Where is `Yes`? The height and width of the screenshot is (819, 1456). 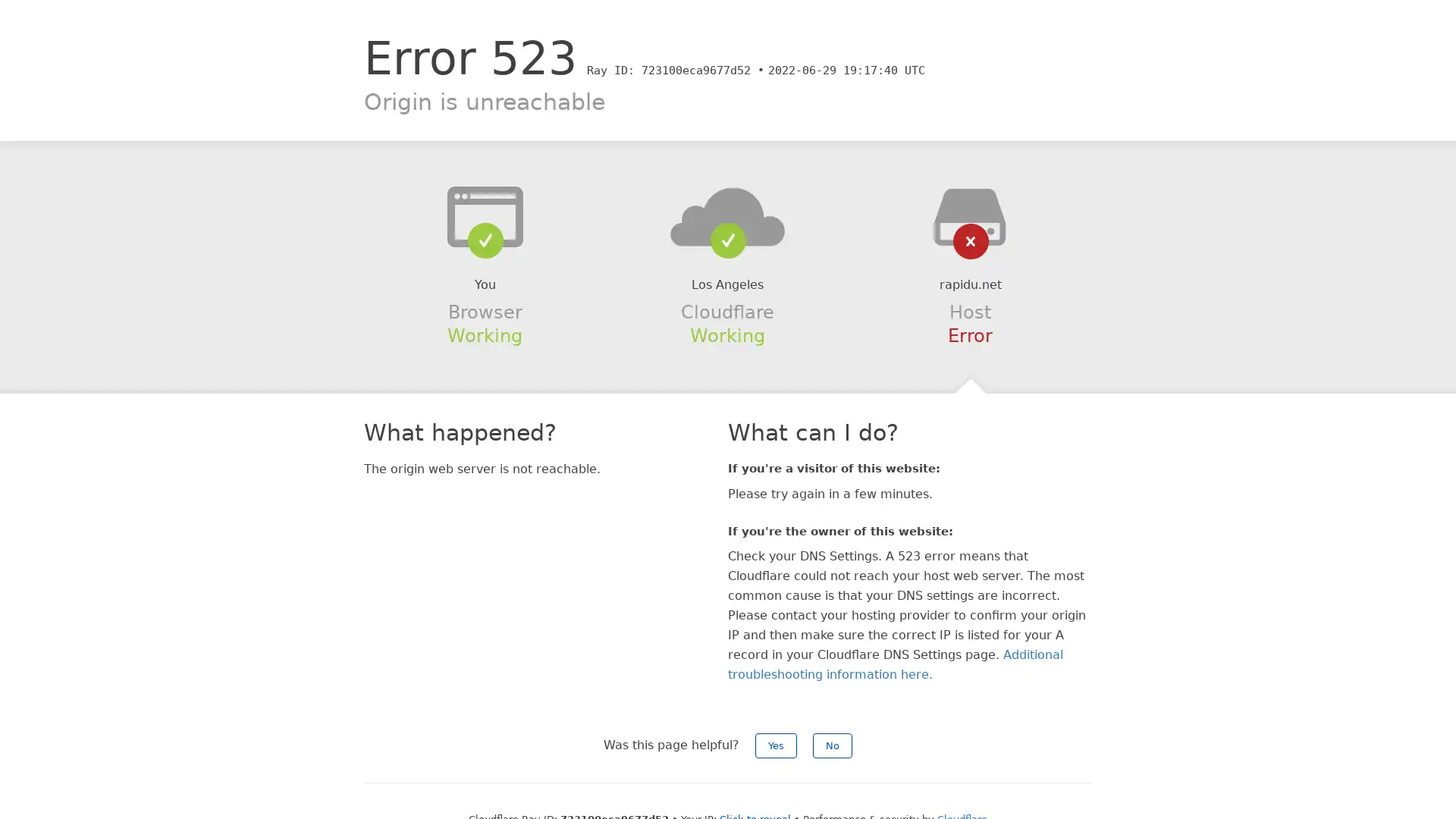 Yes is located at coordinates (776, 745).